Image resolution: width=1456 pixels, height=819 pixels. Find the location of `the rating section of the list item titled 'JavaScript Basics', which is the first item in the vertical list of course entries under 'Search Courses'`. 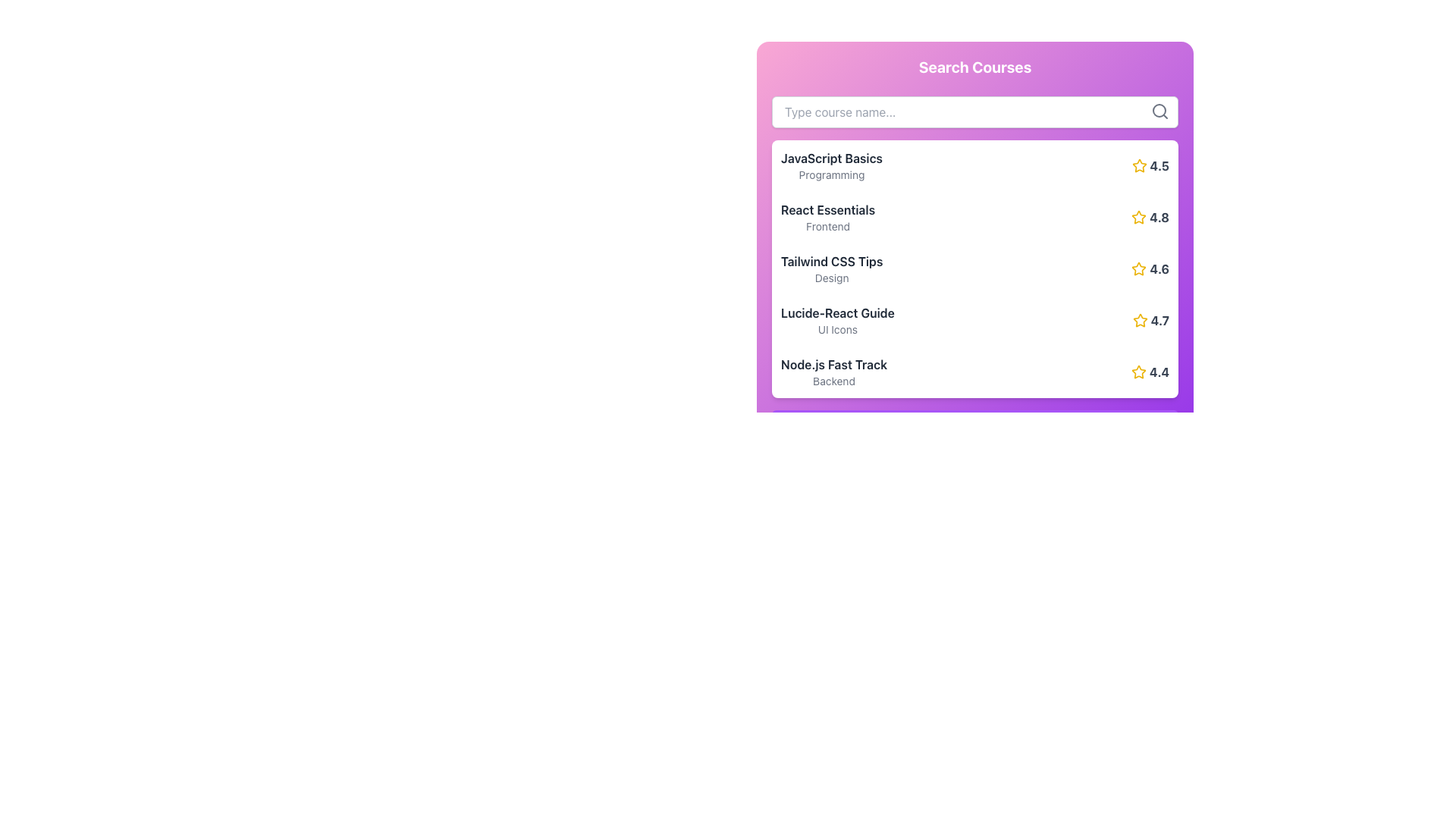

the rating section of the list item titled 'JavaScript Basics', which is the first item in the vertical list of course entries under 'Search Courses' is located at coordinates (975, 166).